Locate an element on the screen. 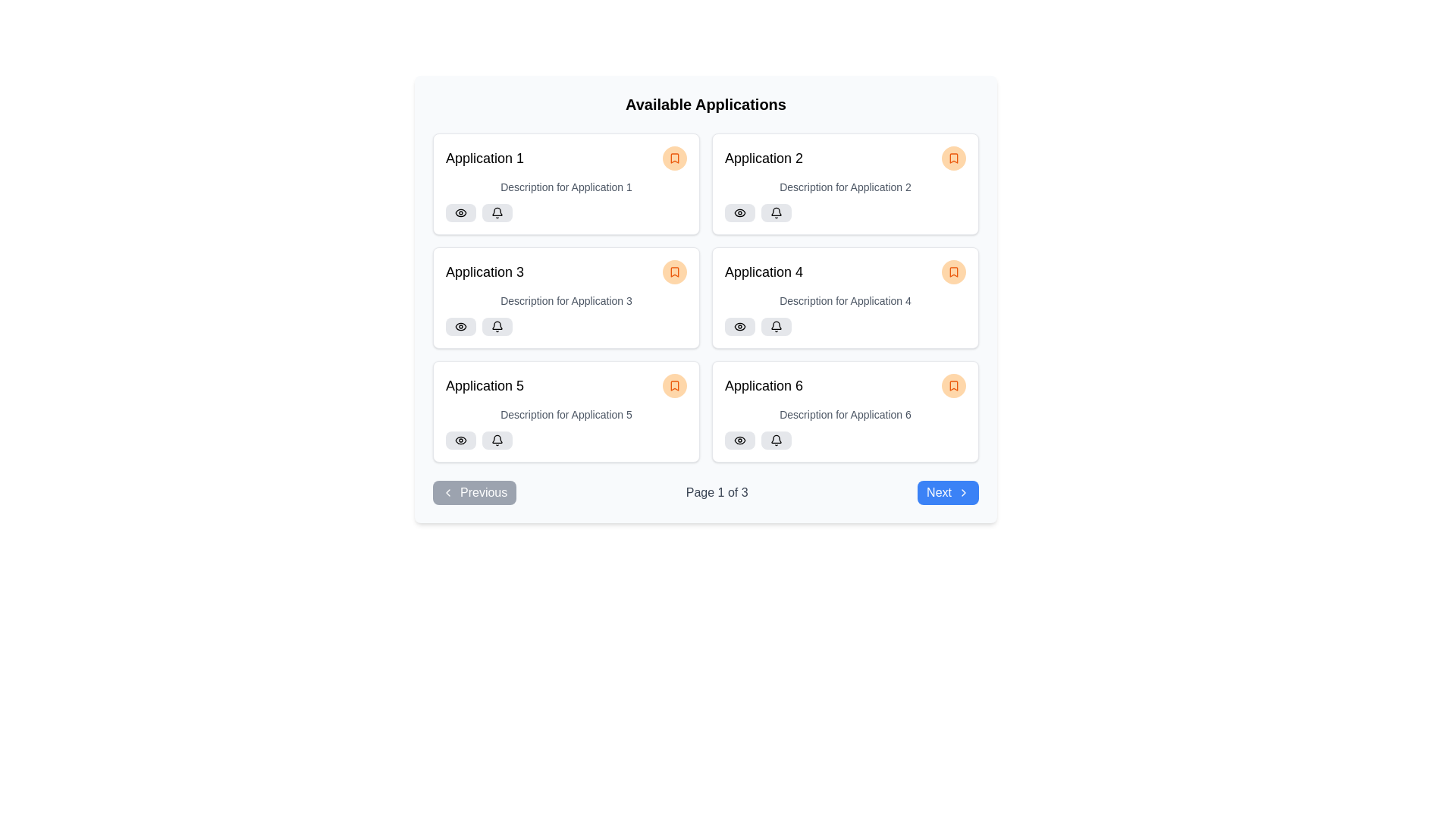 Image resolution: width=1456 pixels, height=819 pixels. the bookmark icon located at the top-right corner of the 'Application 5' card in the bottom row of the application grid is located at coordinates (673, 385).